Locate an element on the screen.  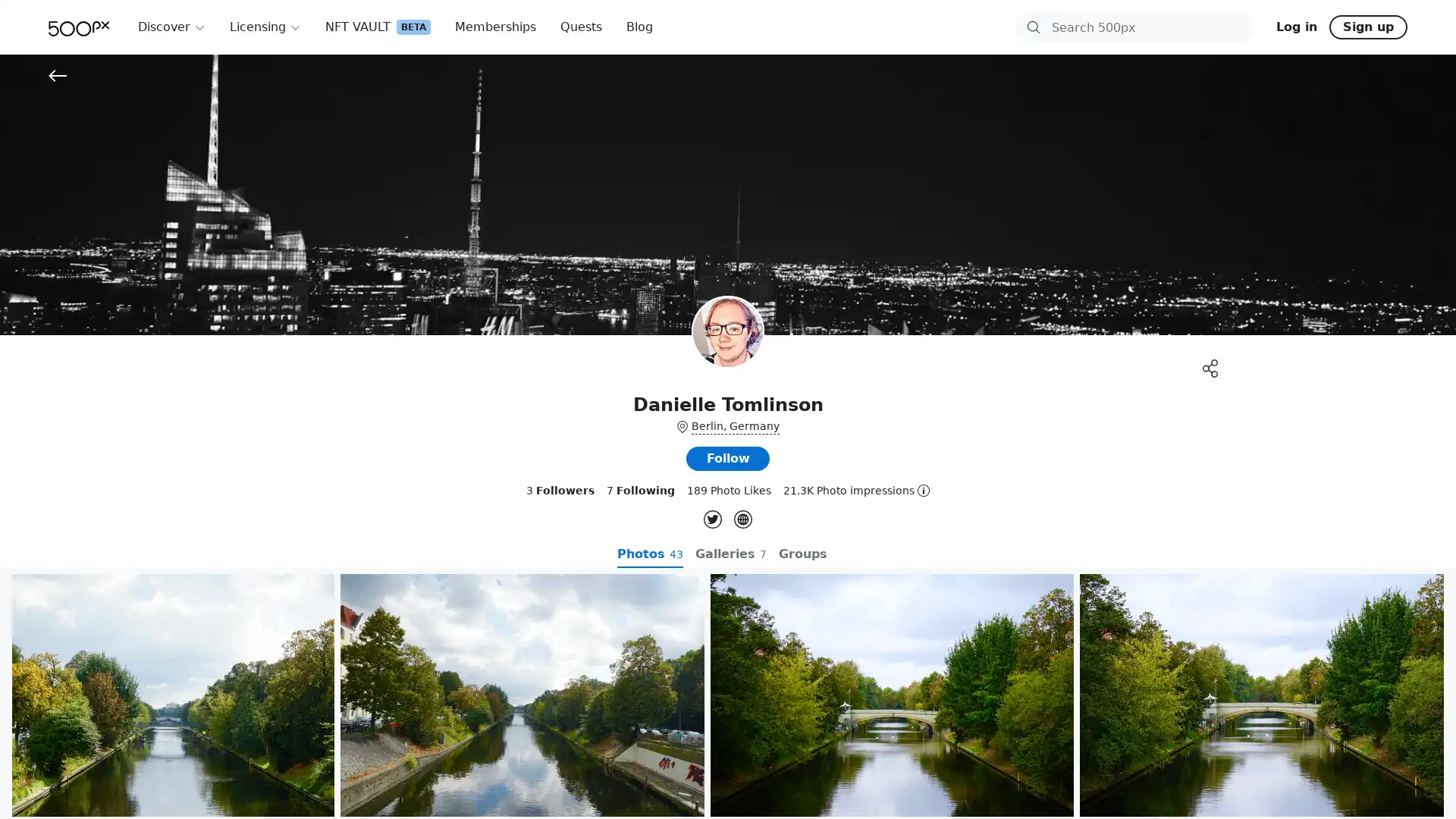
Follow is located at coordinates (728, 458).